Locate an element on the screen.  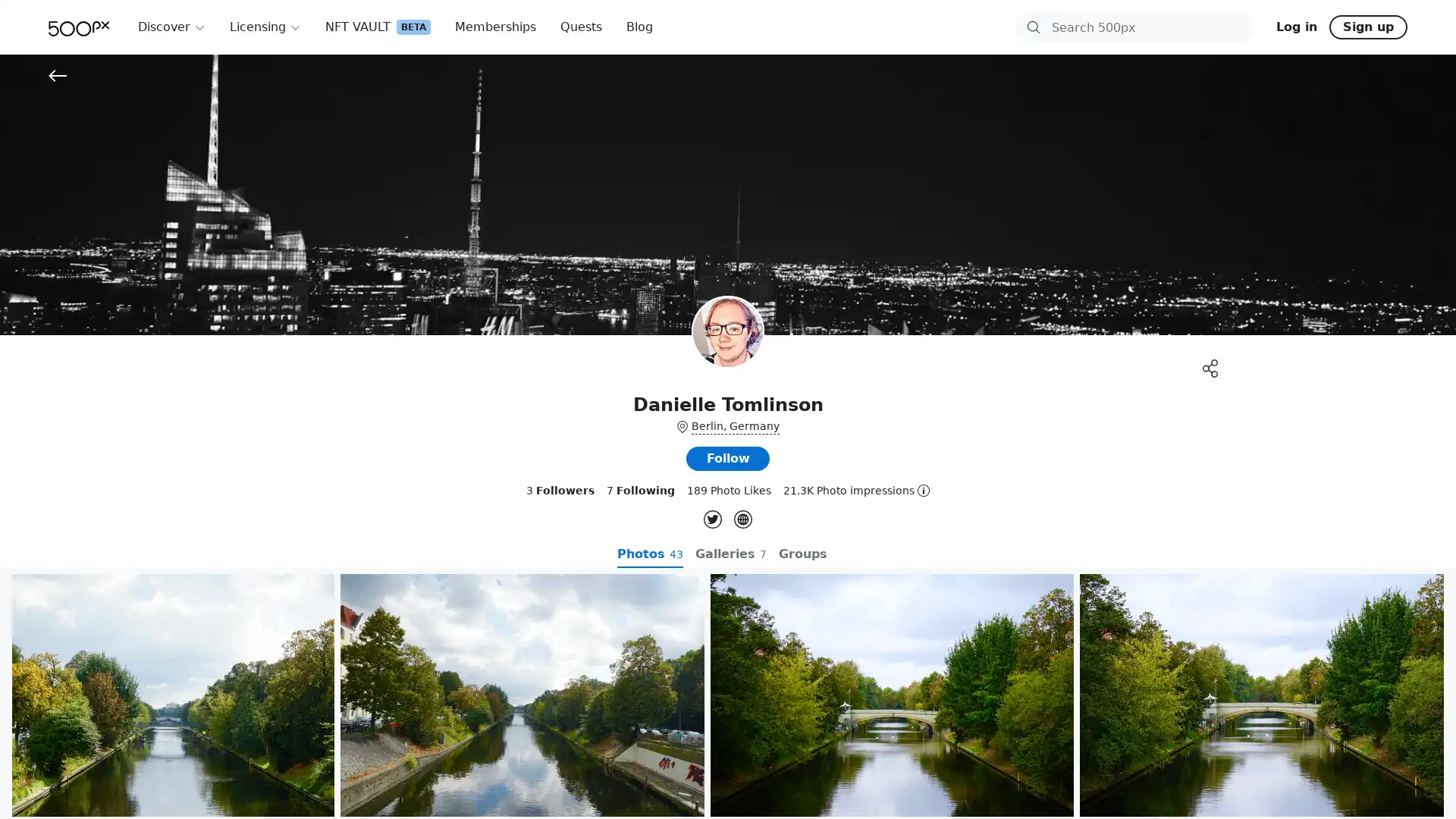
Follow is located at coordinates (728, 458).